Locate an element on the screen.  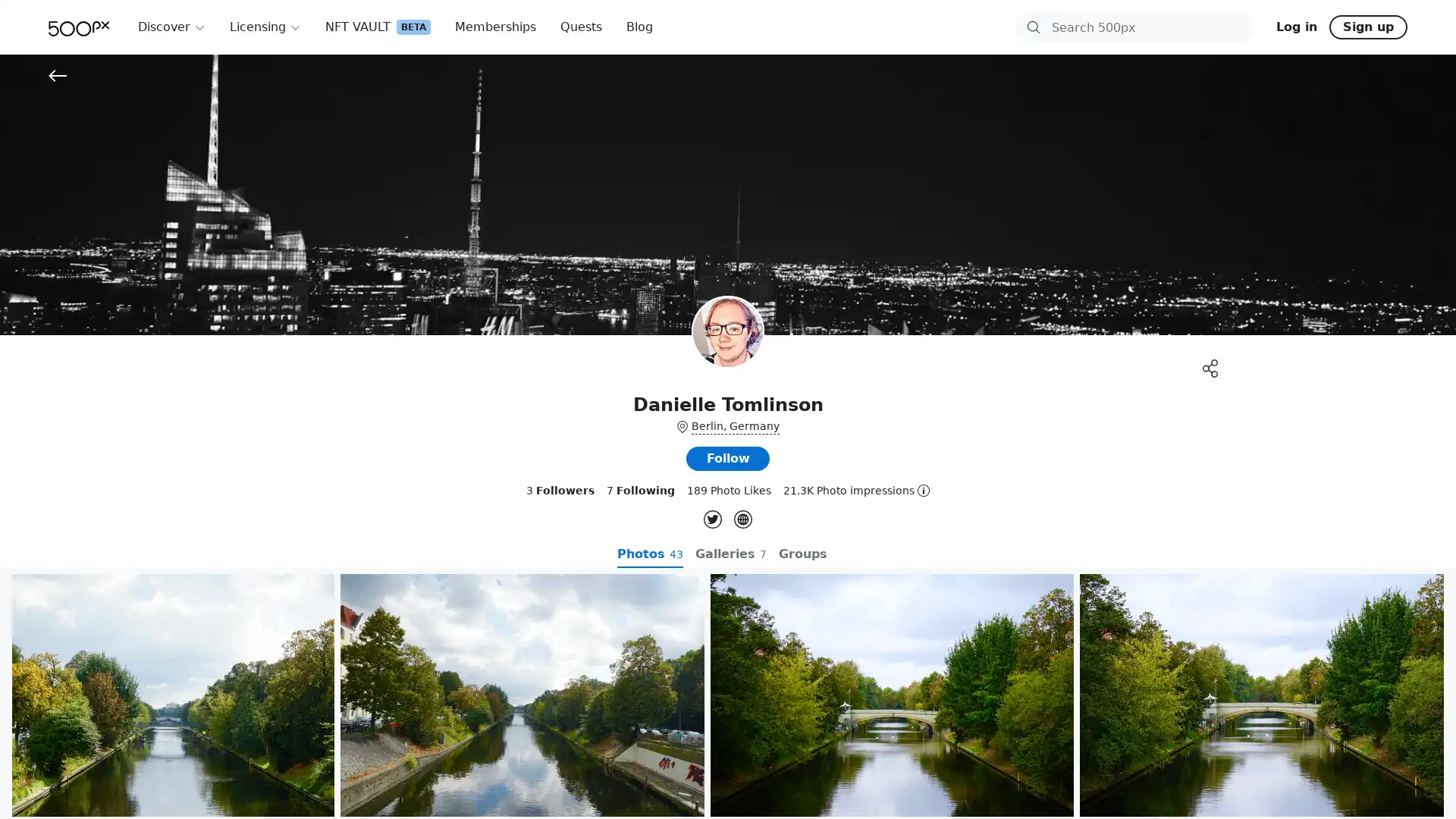
Follow is located at coordinates (728, 458).